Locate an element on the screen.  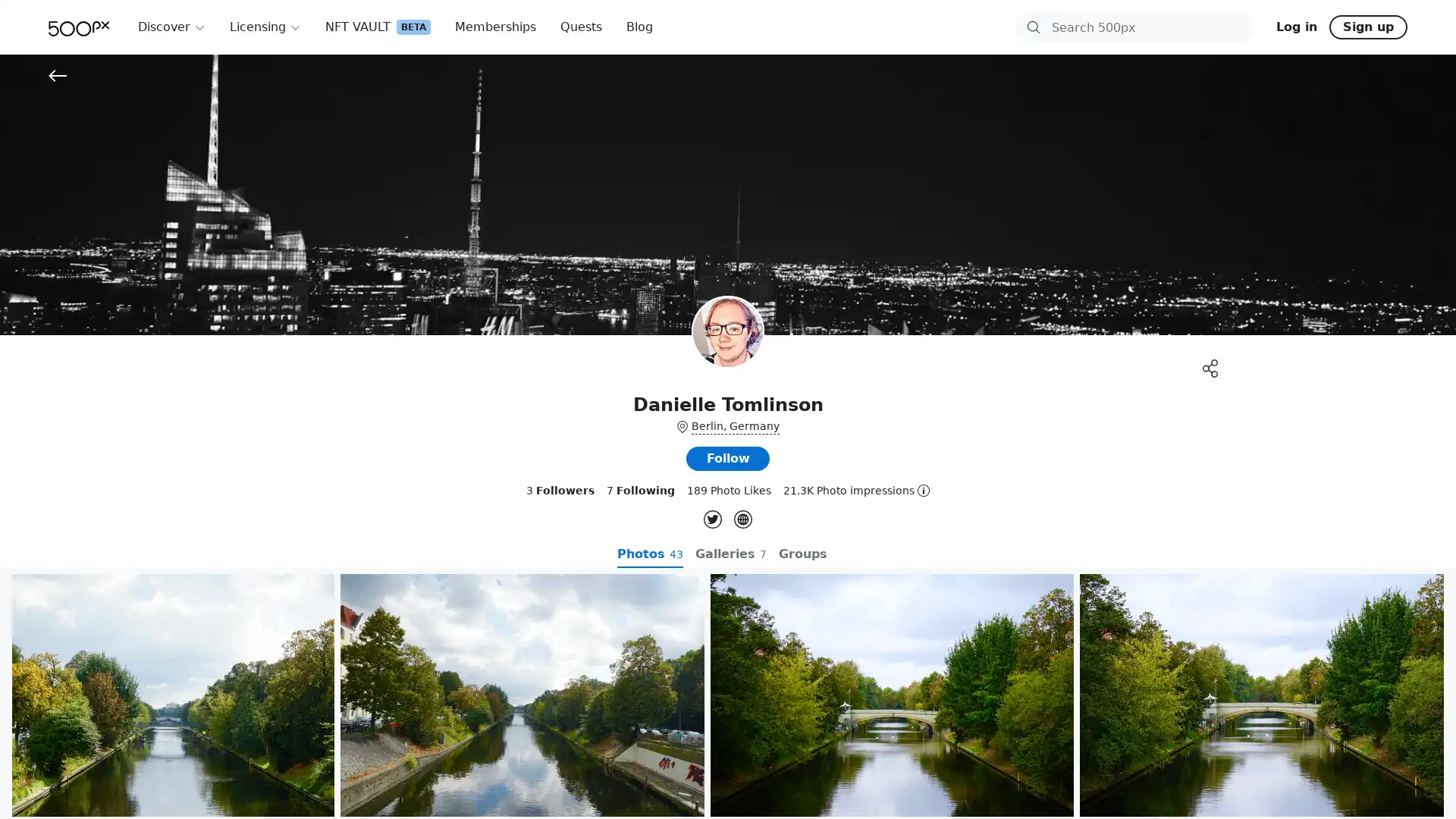
Follow is located at coordinates (728, 458).